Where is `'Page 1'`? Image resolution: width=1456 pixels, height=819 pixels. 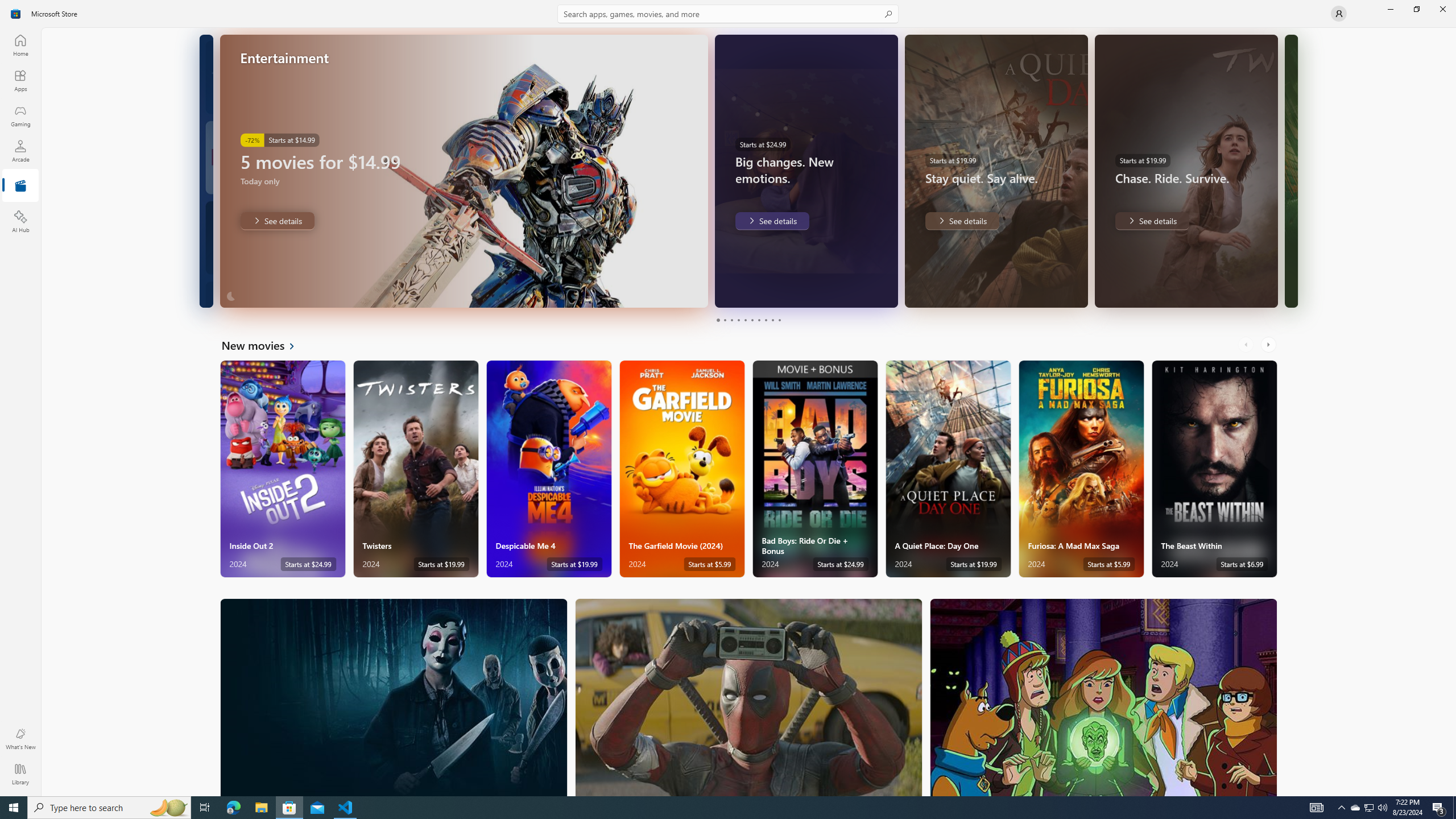
'Page 1' is located at coordinates (717, 320).